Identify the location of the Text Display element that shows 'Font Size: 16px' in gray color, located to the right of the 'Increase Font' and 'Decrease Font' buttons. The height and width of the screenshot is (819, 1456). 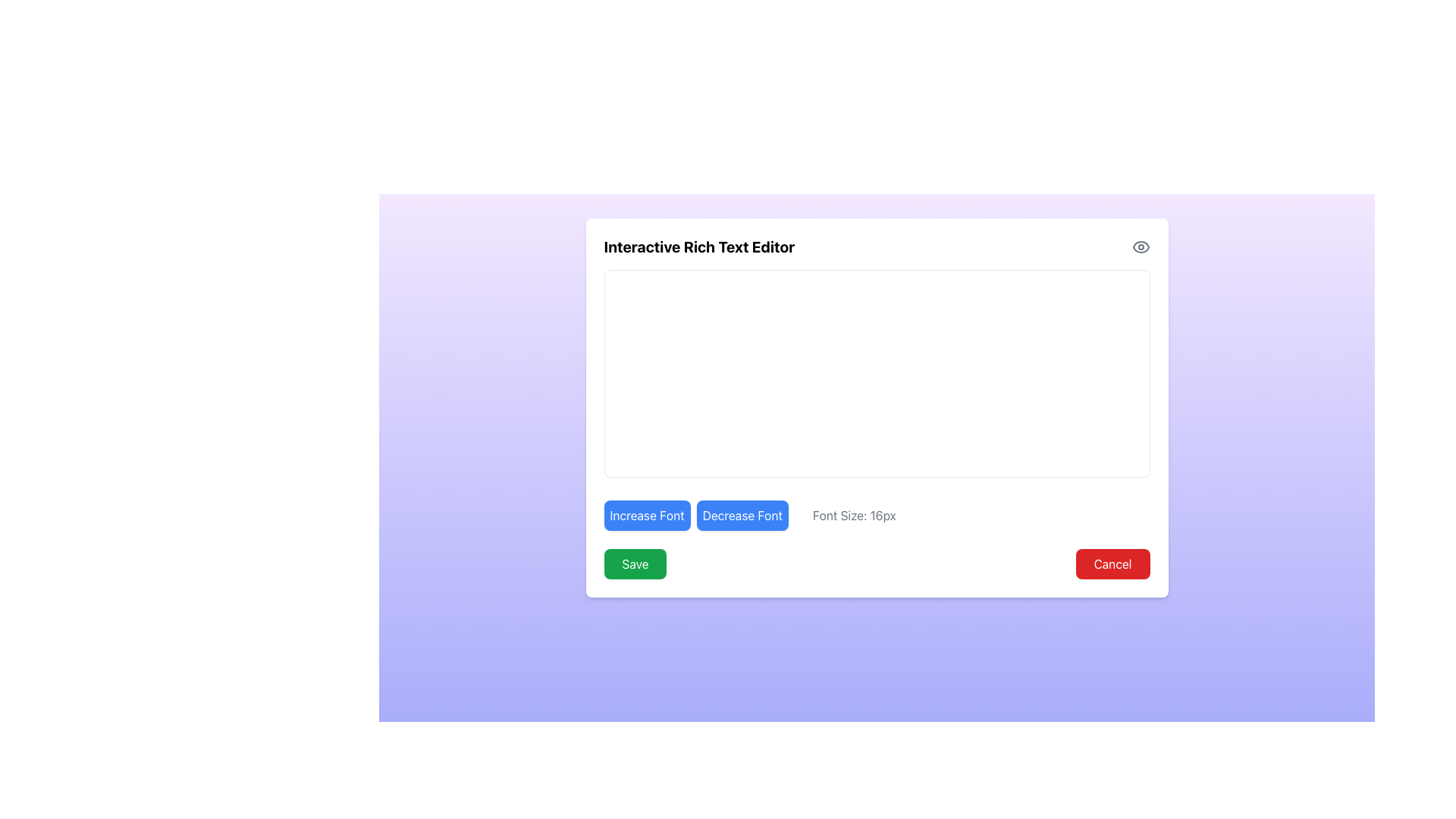
(854, 514).